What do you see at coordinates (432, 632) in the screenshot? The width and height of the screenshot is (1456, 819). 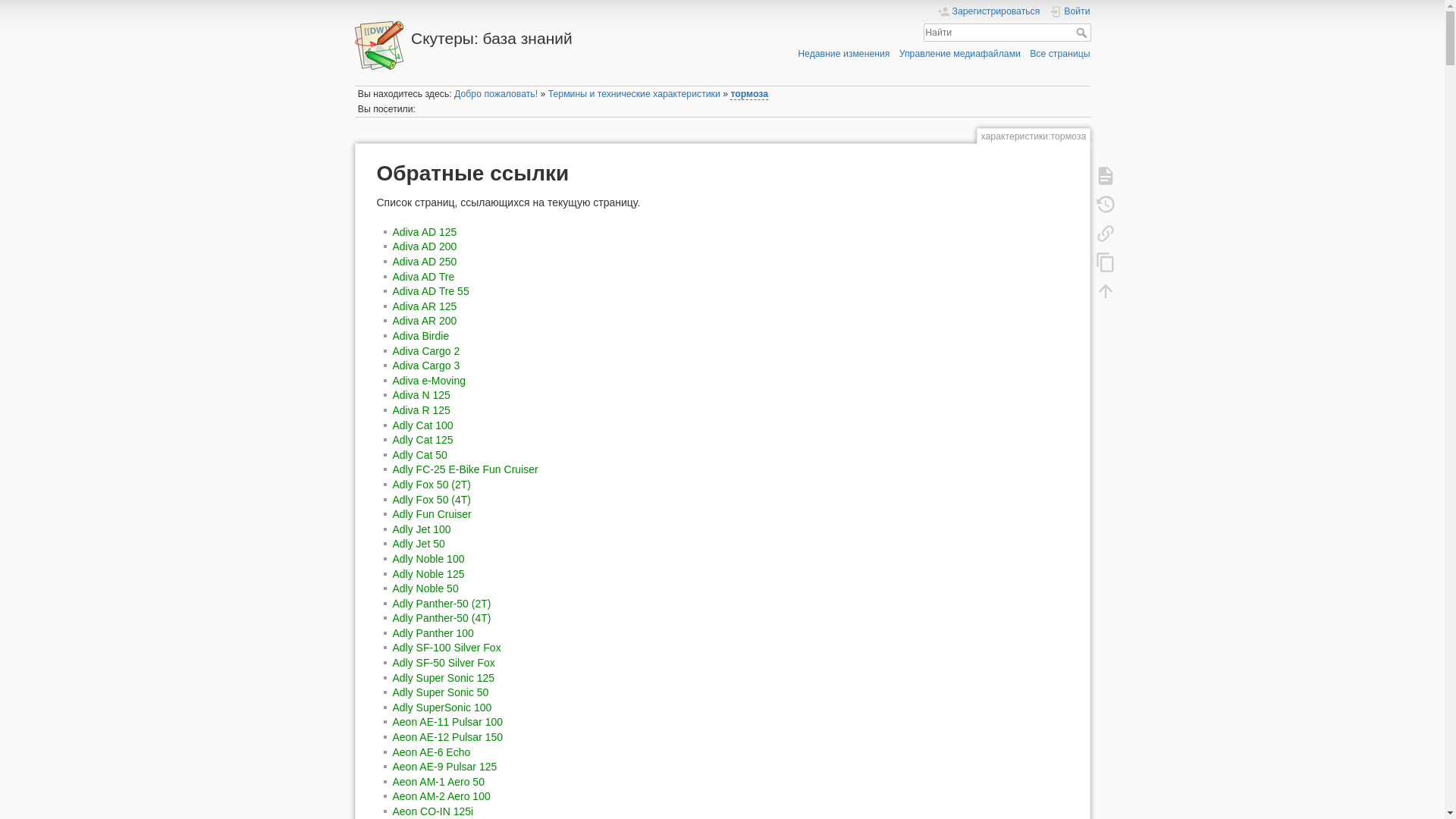 I see `'Adly Panther 100'` at bounding box center [432, 632].